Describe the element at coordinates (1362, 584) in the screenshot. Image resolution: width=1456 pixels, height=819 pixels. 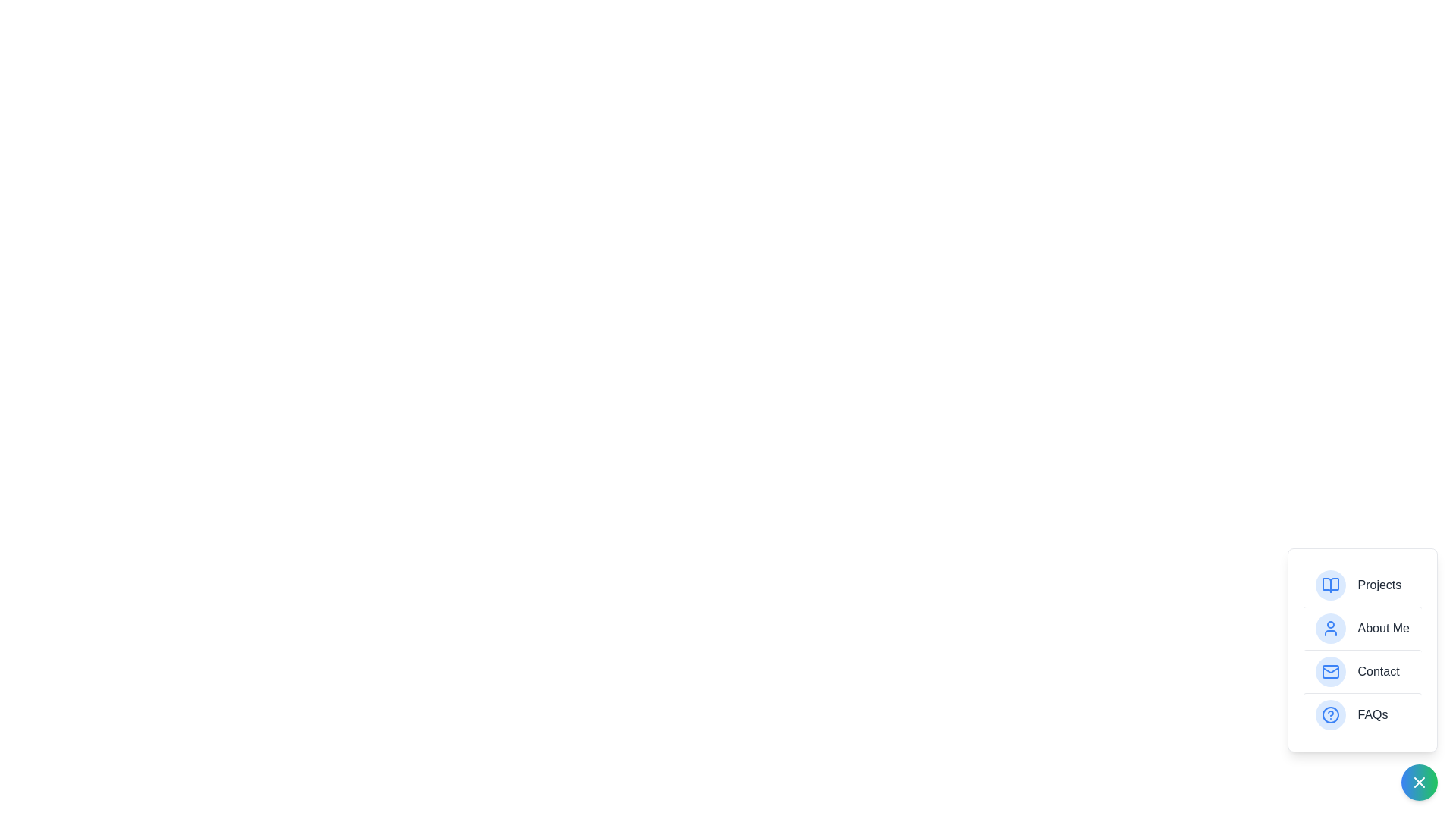
I see `the item labeled Projects to highlight it` at that location.